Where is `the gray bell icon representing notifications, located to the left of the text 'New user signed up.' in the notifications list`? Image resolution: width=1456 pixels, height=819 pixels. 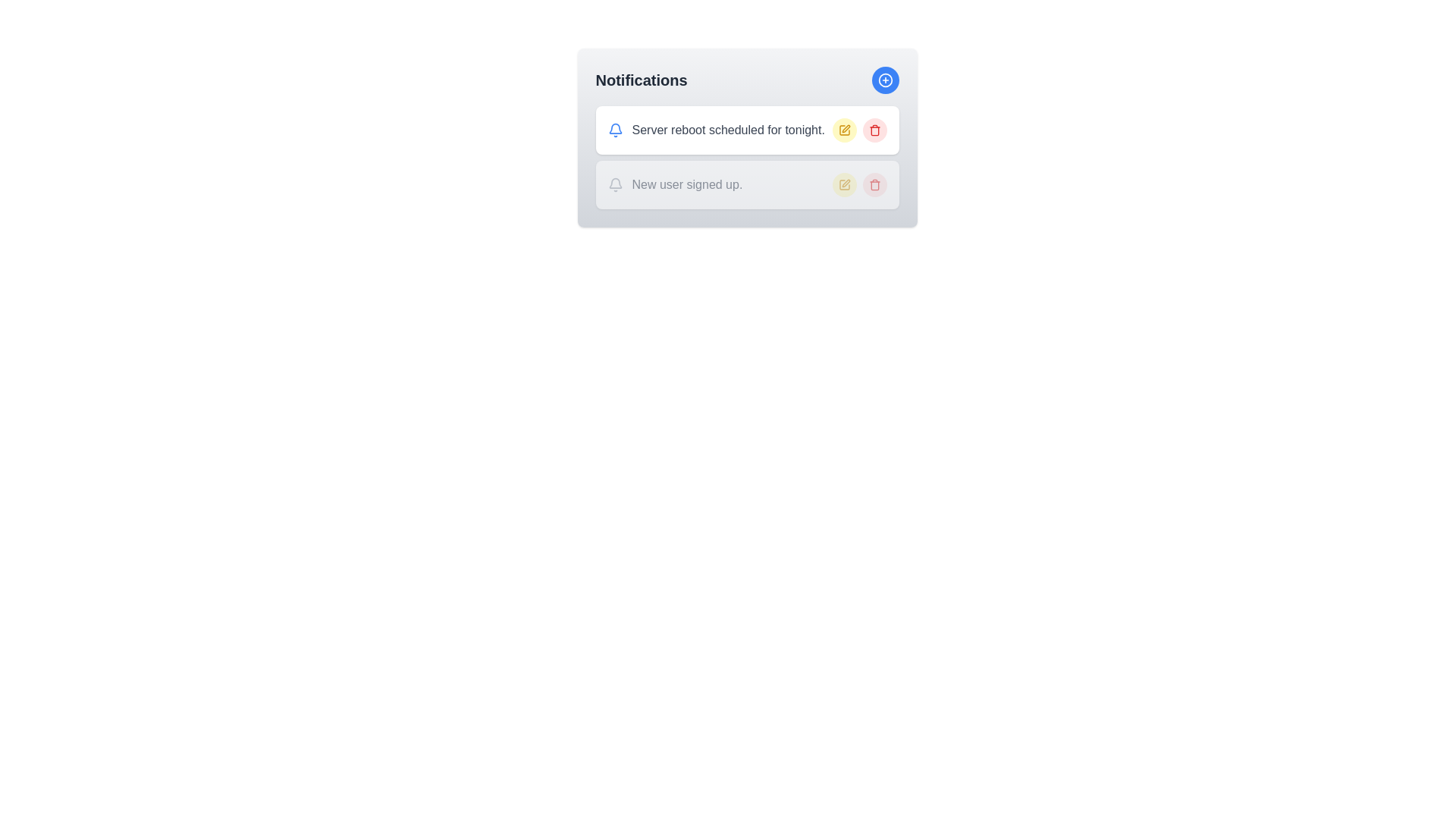
the gray bell icon representing notifications, located to the left of the text 'New user signed up.' in the notifications list is located at coordinates (615, 184).